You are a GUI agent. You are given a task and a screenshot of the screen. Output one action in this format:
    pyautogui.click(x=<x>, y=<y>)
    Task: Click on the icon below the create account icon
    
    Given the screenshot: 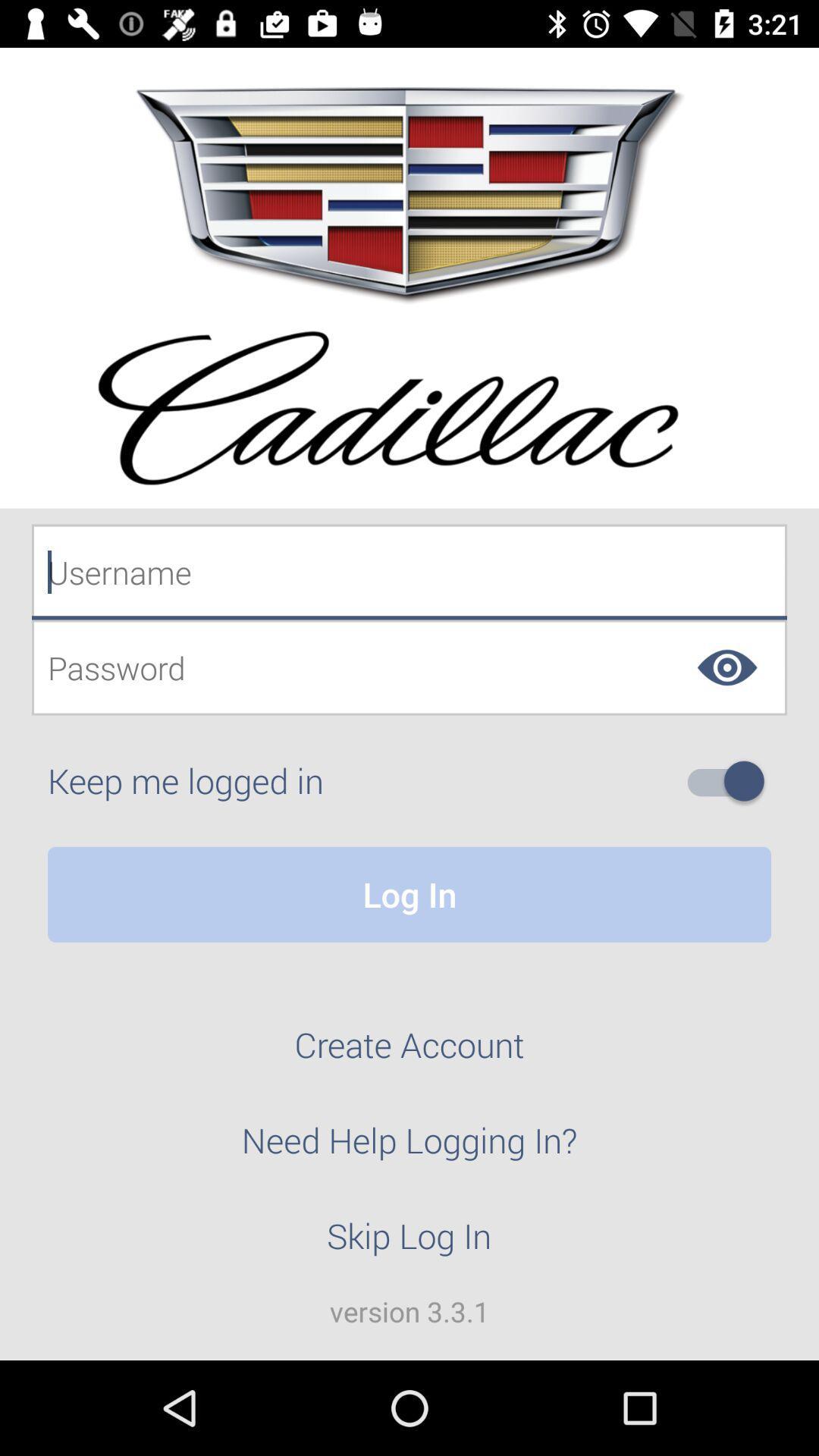 What is the action you would take?
    pyautogui.click(x=409, y=1149)
    